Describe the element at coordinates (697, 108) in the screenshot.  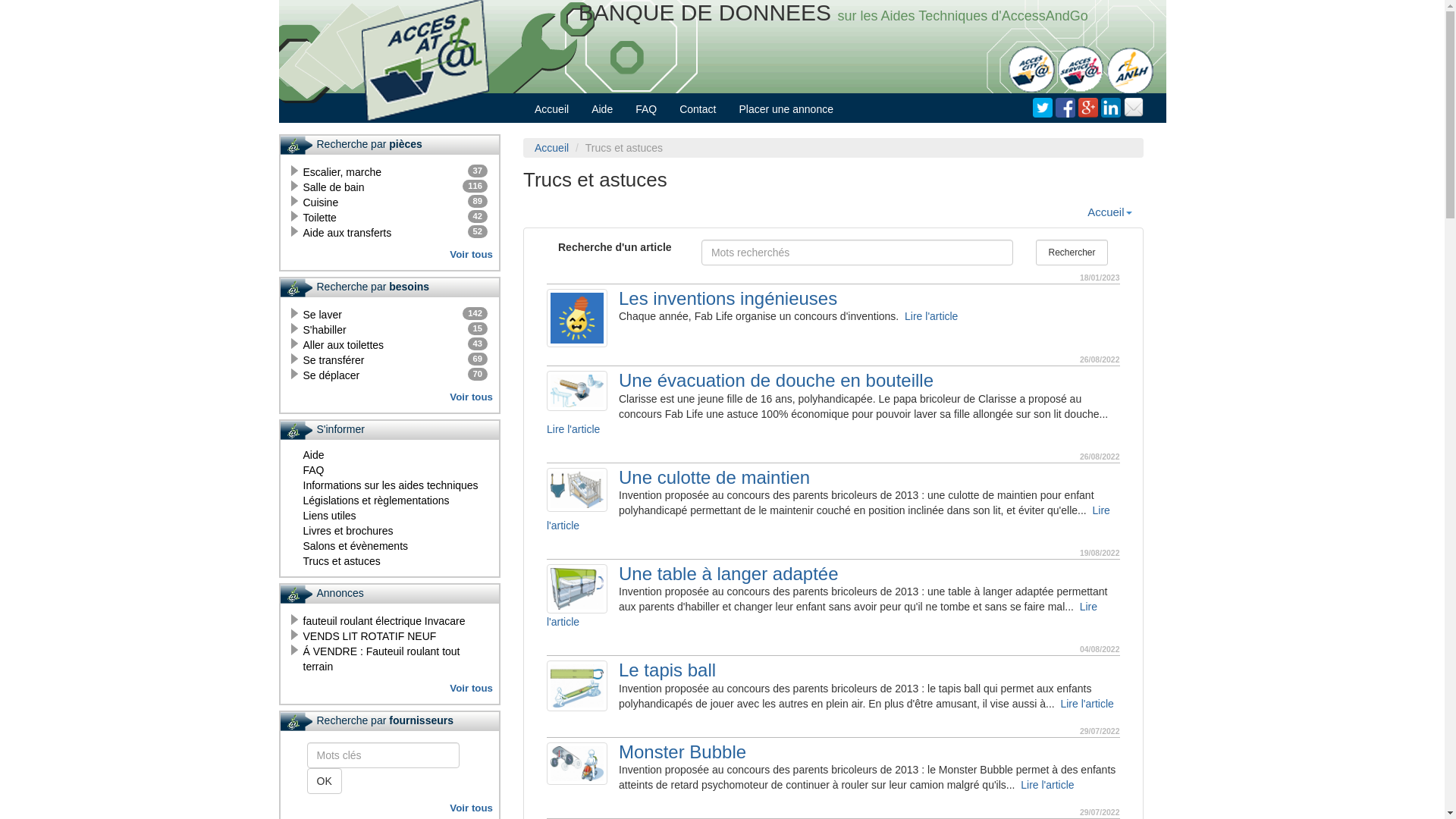
I see `'Contact'` at that location.